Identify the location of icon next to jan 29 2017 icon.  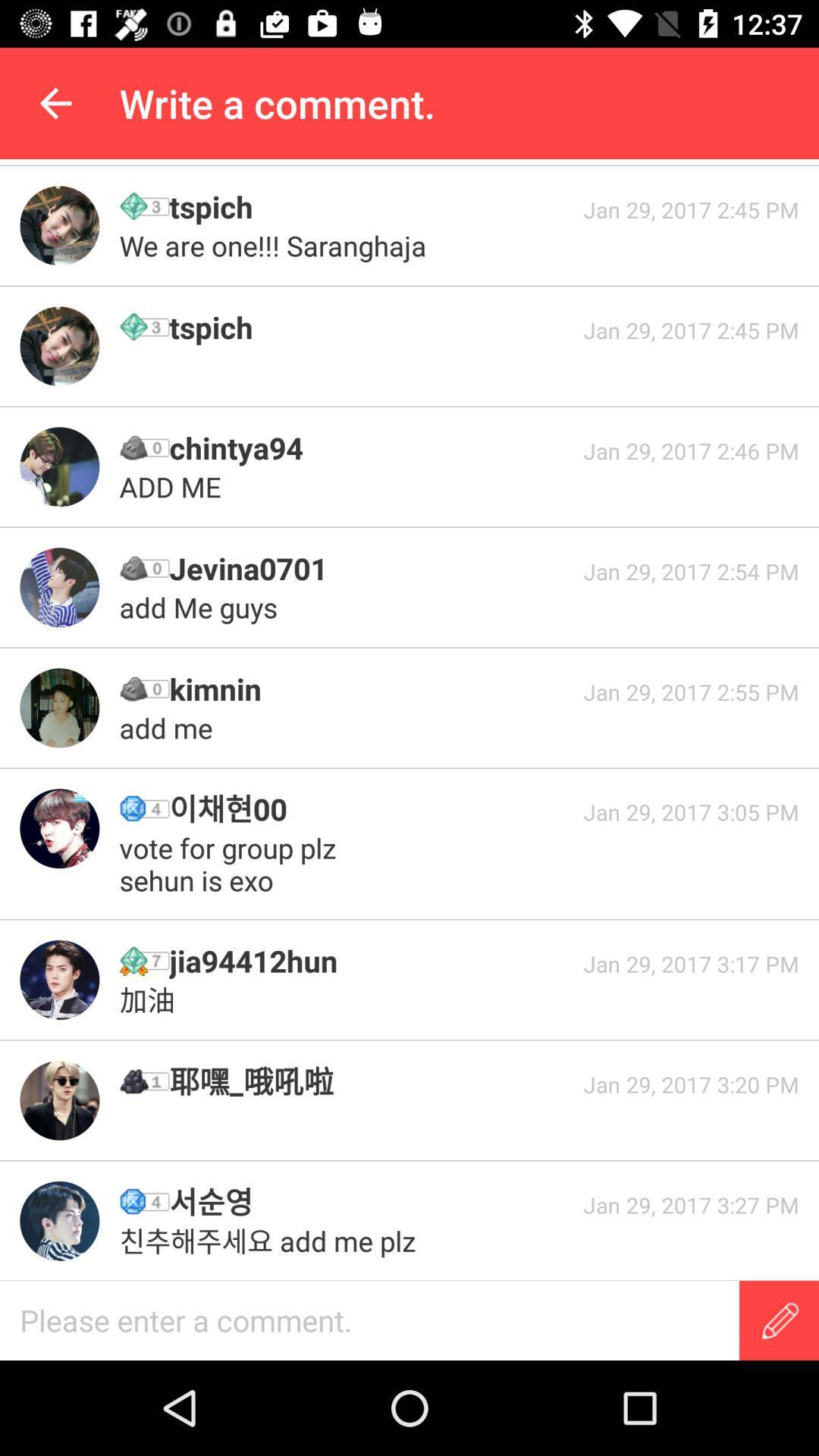
(371, 808).